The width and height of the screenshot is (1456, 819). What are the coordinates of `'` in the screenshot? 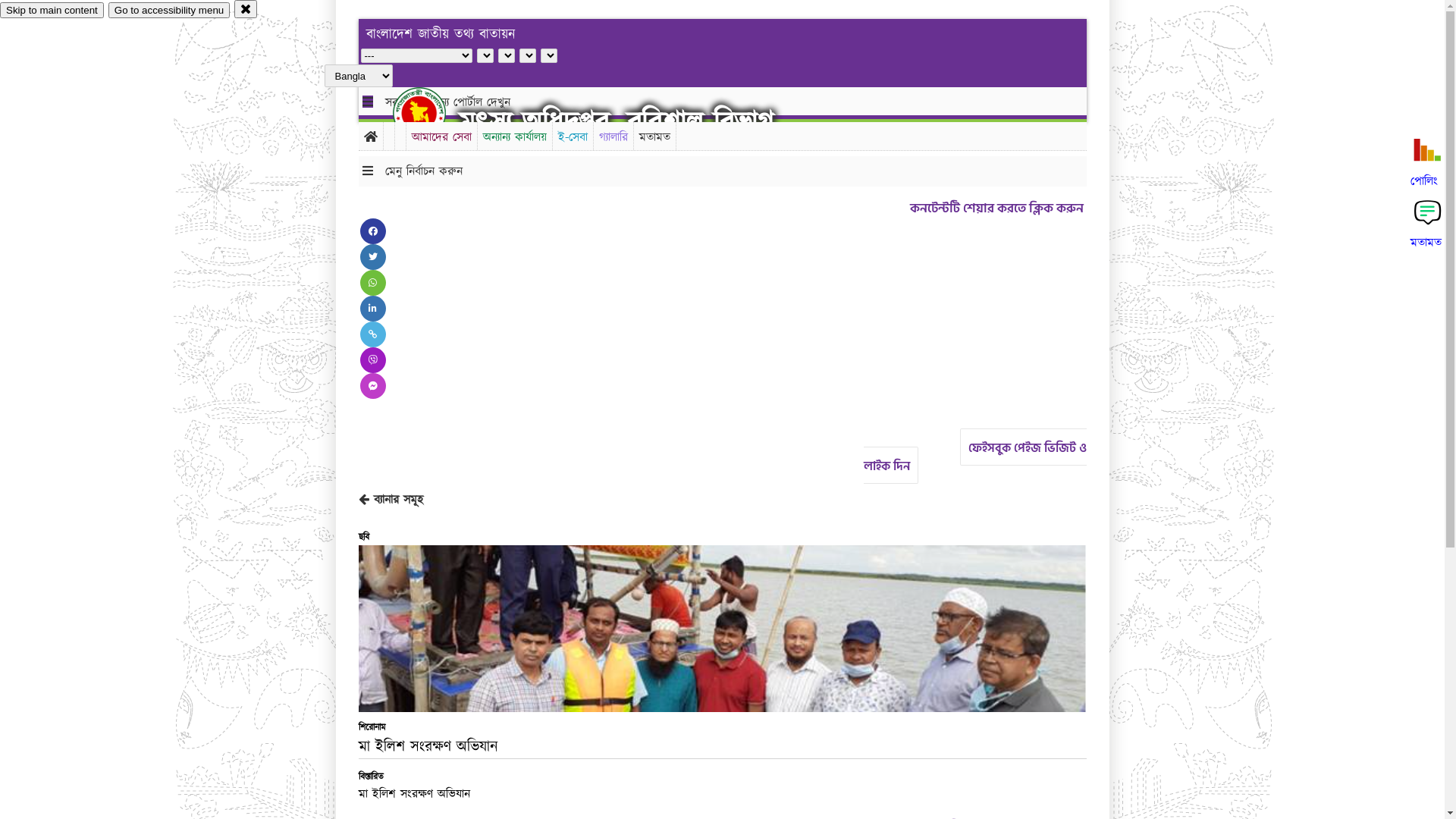 It's located at (431, 112).